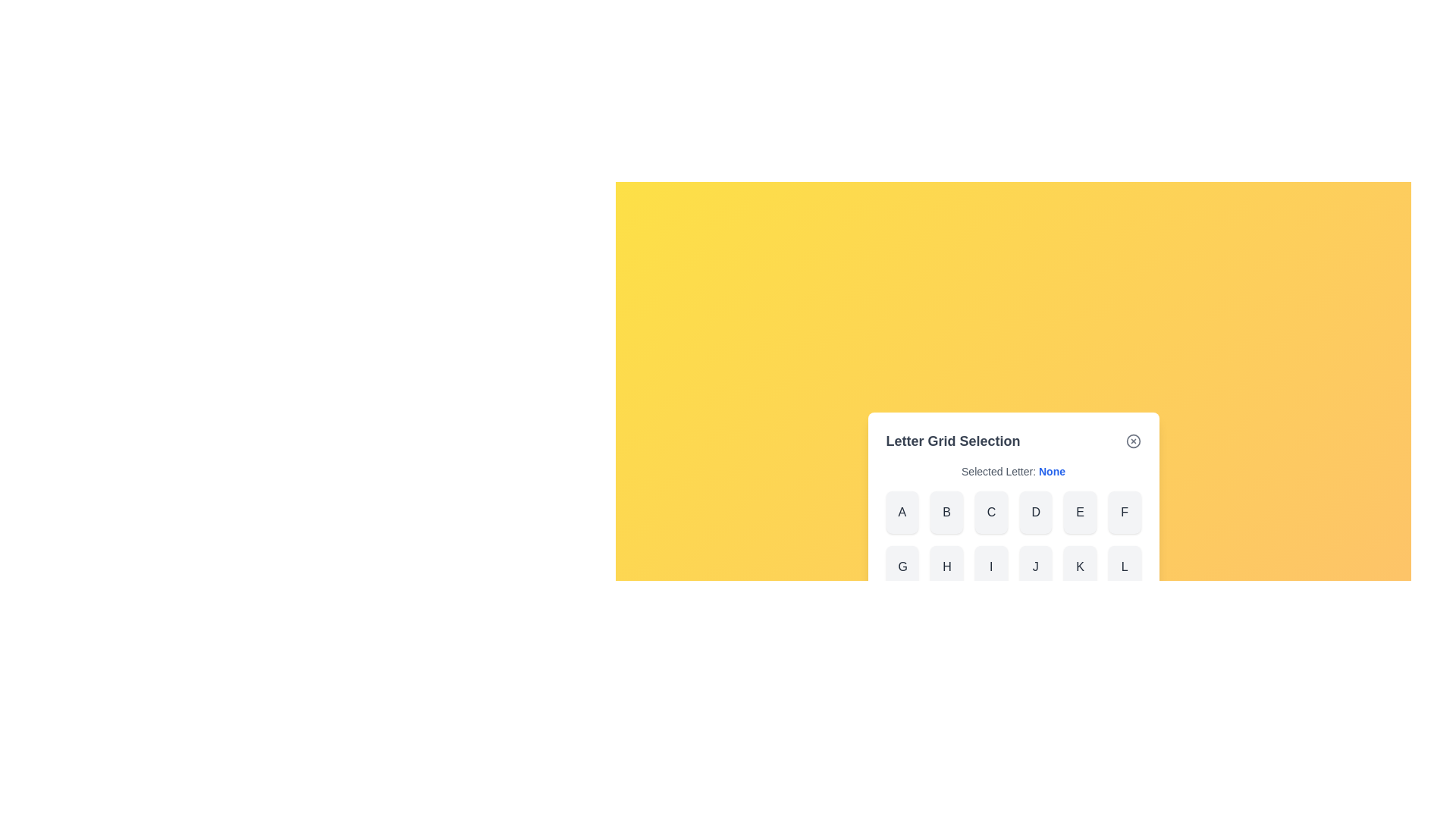 The image size is (1456, 819). Describe the element at coordinates (946, 512) in the screenshot. I see `the letter B from the grid` at that location.